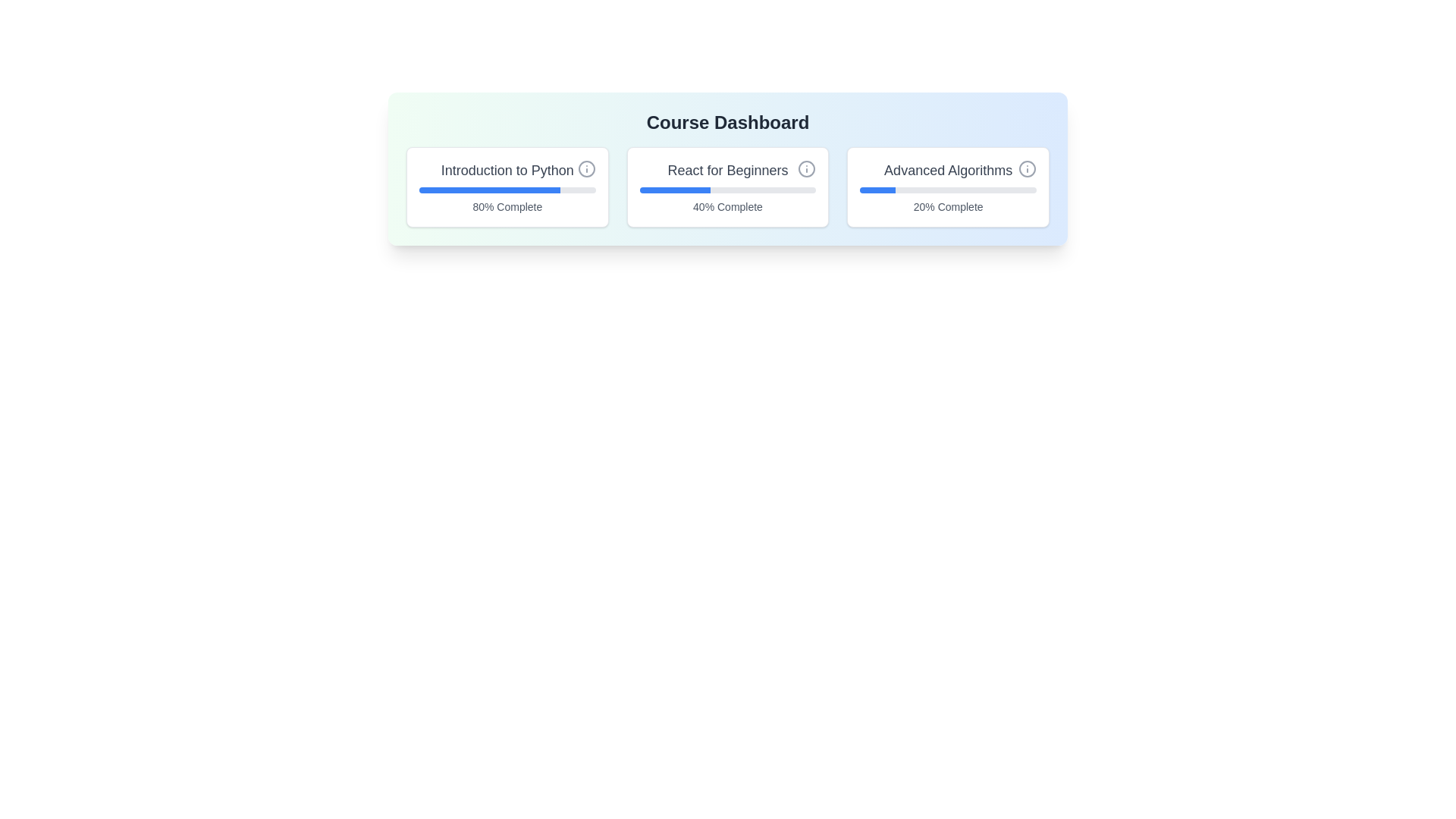  Describe the element at coordinates (585, 169) in the screenshot. I see `the information button for Introduction to Python` at that location.